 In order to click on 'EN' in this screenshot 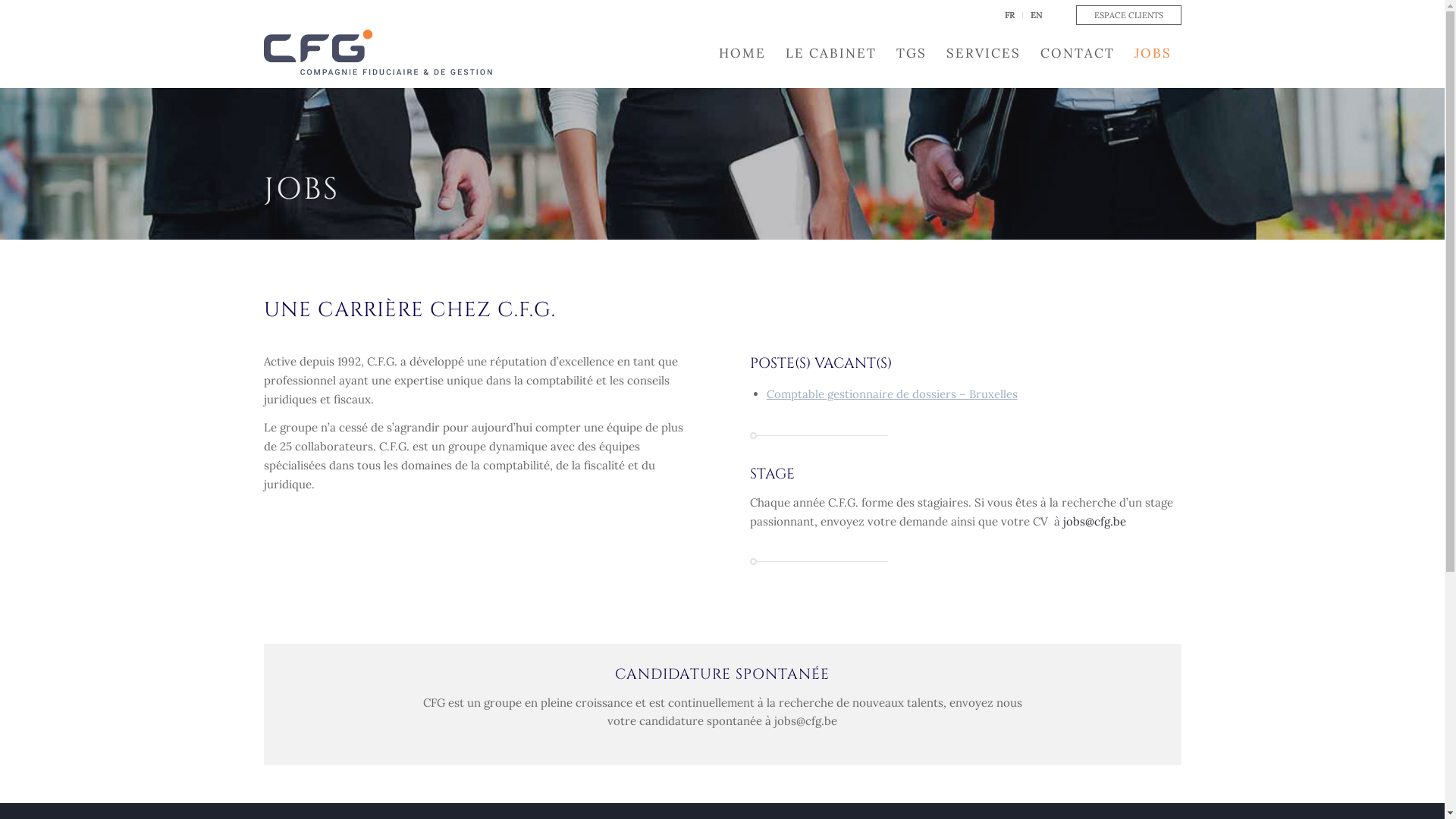, I will do `click(1034, 14)`.